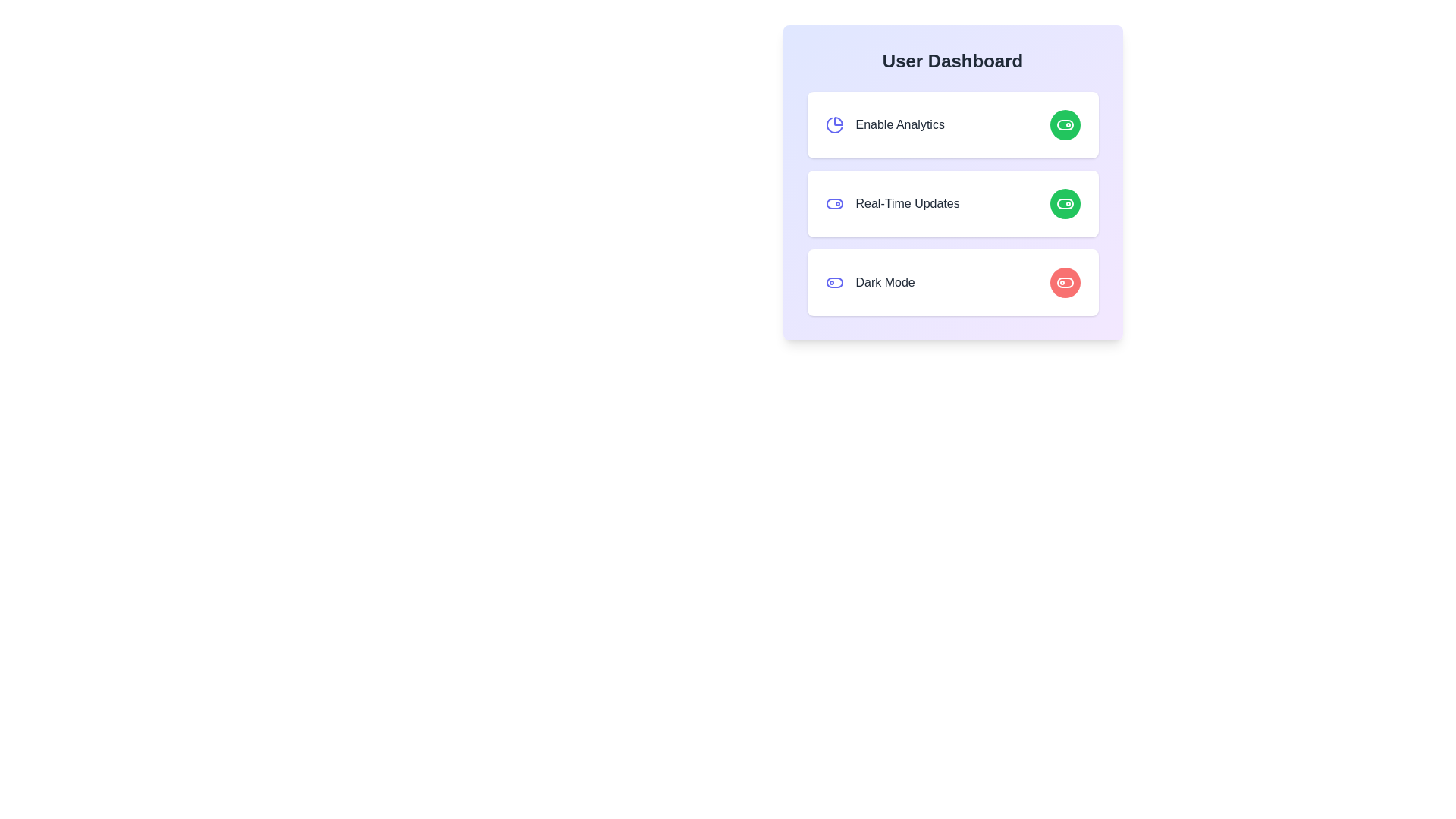 The width and height of the screenshot is (1456, 819). What do you see at coordinates (1064, 283) in the screenshot?
I see `the left-facing toggle switch icon with a red background associated with the 'Dark Mode' setting in the third row of options within the User Dashboard interface` at bounding box center [1064, 283].